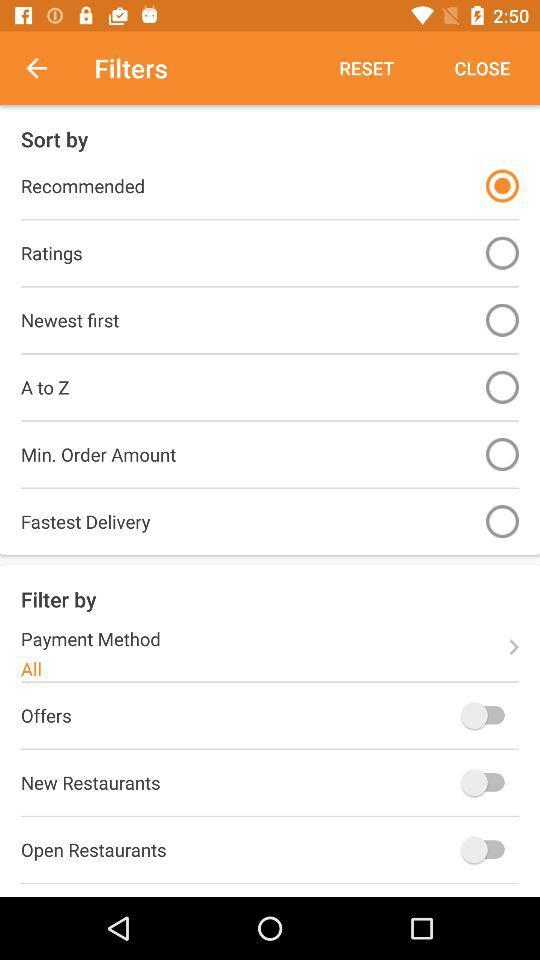 This screenshot has width=540, height=960. Describe the element at coordinates (486, 848) in the screenshot. I see `turn on/off open restaurants` at that location.